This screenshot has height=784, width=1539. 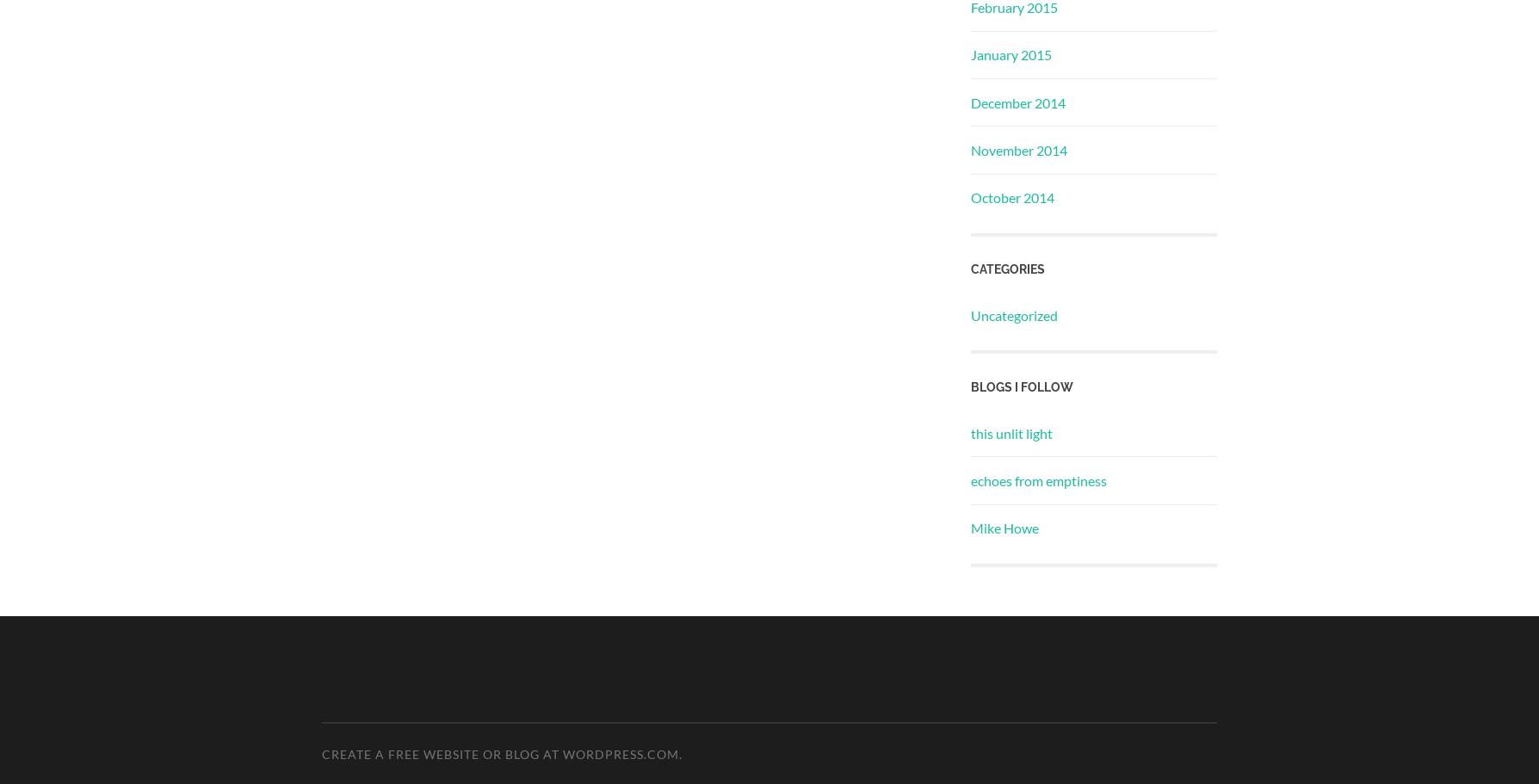 I want to click on 'this unlit light', so click(x=1011, y=432).